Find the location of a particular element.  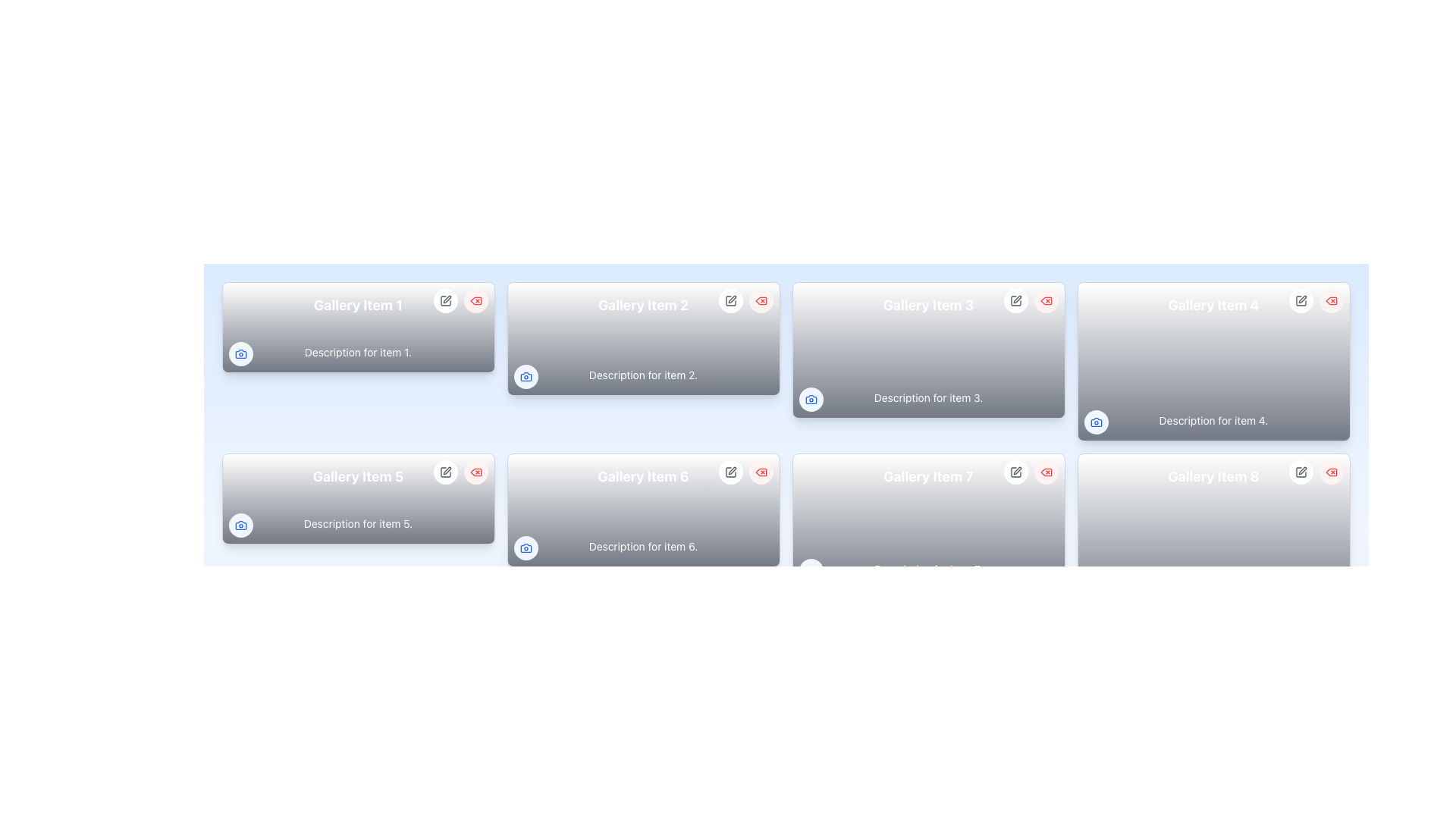

the edit button located at the top-right corner of the 'Gallery Item 6' card to change its appearance is located at coordinates (730, 472).